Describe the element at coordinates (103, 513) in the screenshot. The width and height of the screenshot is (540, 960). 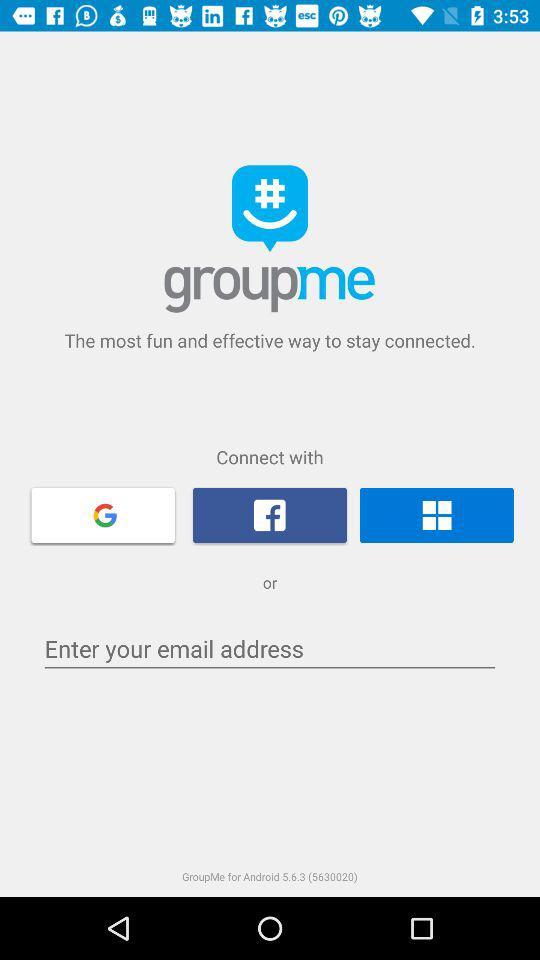
I see `the icon on the left` at that location.